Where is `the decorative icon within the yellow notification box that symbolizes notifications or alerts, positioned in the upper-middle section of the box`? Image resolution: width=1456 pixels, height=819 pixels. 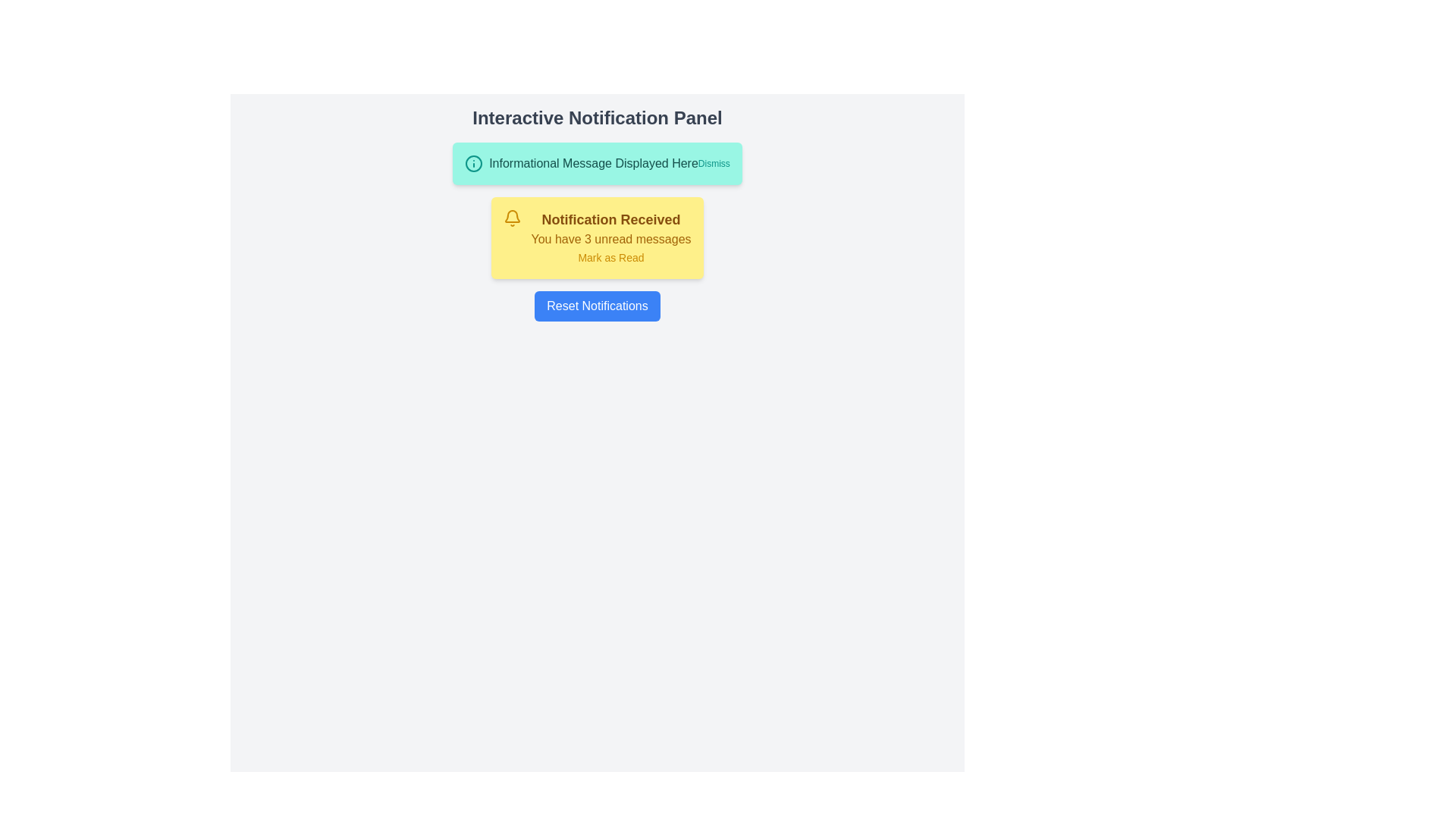
the decorative icon within the yellow notification box that symbolizes notifications or alerts, positioned in the upper-middle section of the box is located at coordinates (513, 216).